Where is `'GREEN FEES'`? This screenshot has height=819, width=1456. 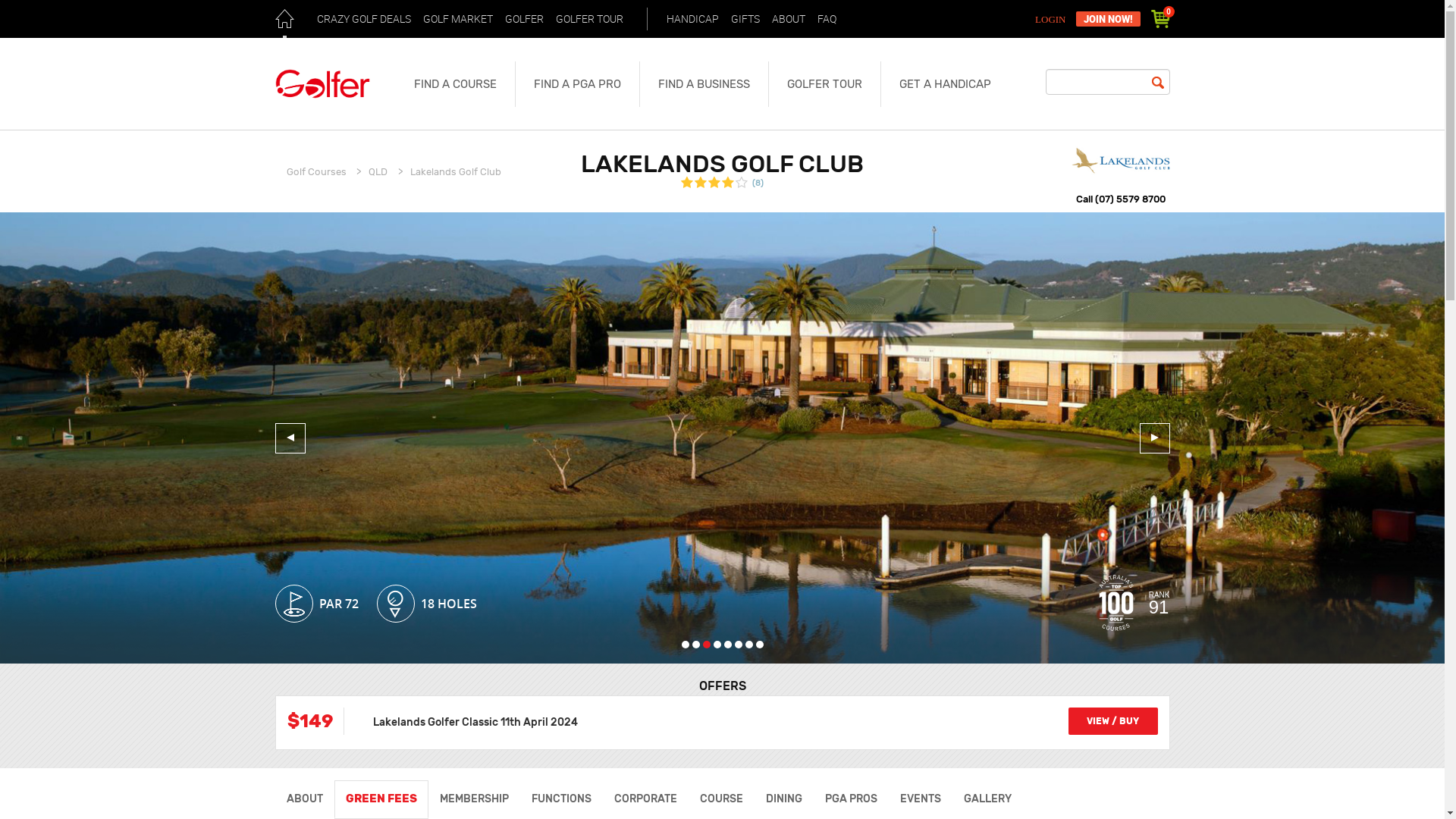 'GREEN FEES' is located at coordinates (381, 798).